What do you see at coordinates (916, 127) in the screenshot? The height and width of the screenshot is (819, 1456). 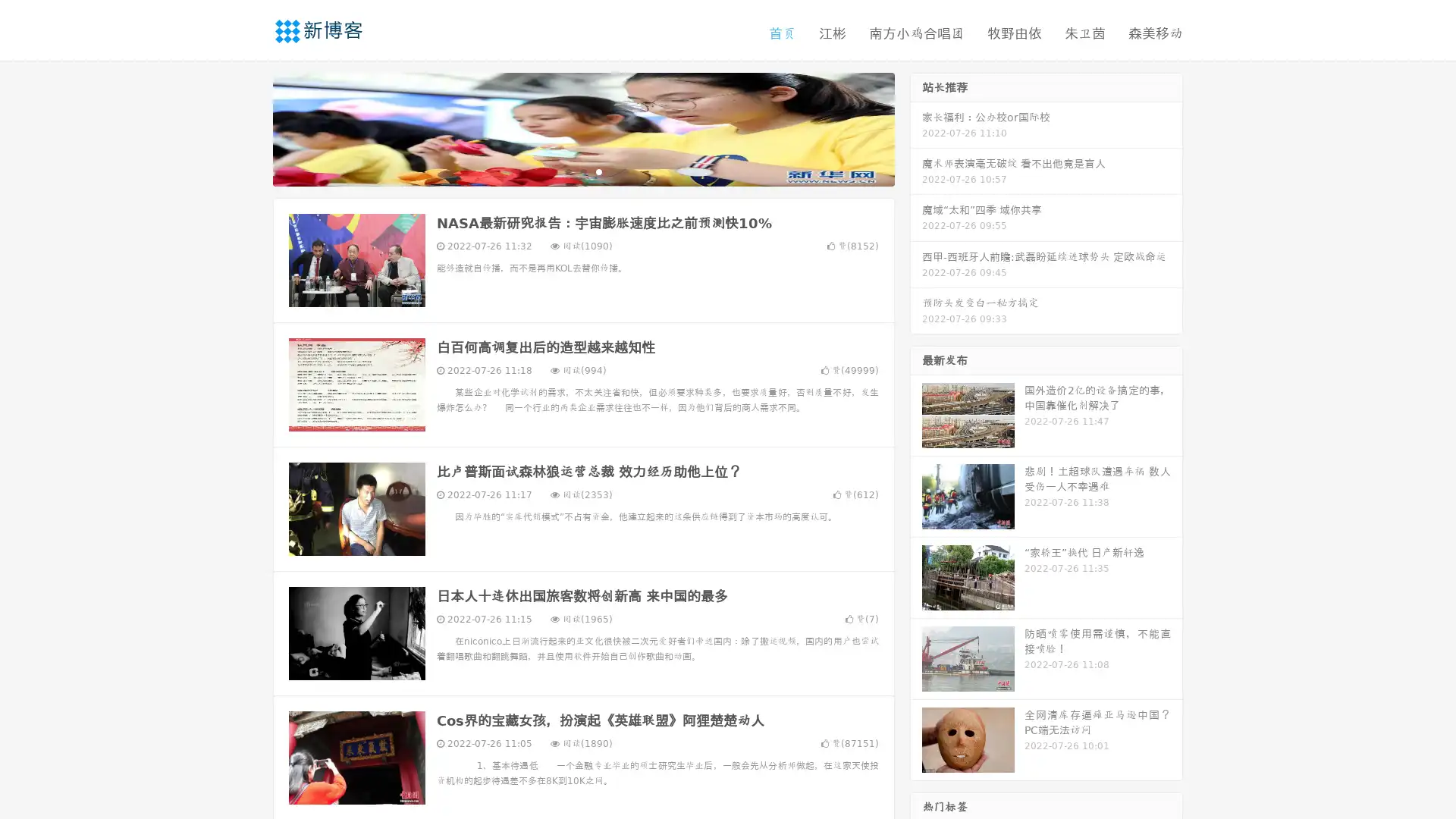 I see `Next slide` at bounding box center [916, 127].